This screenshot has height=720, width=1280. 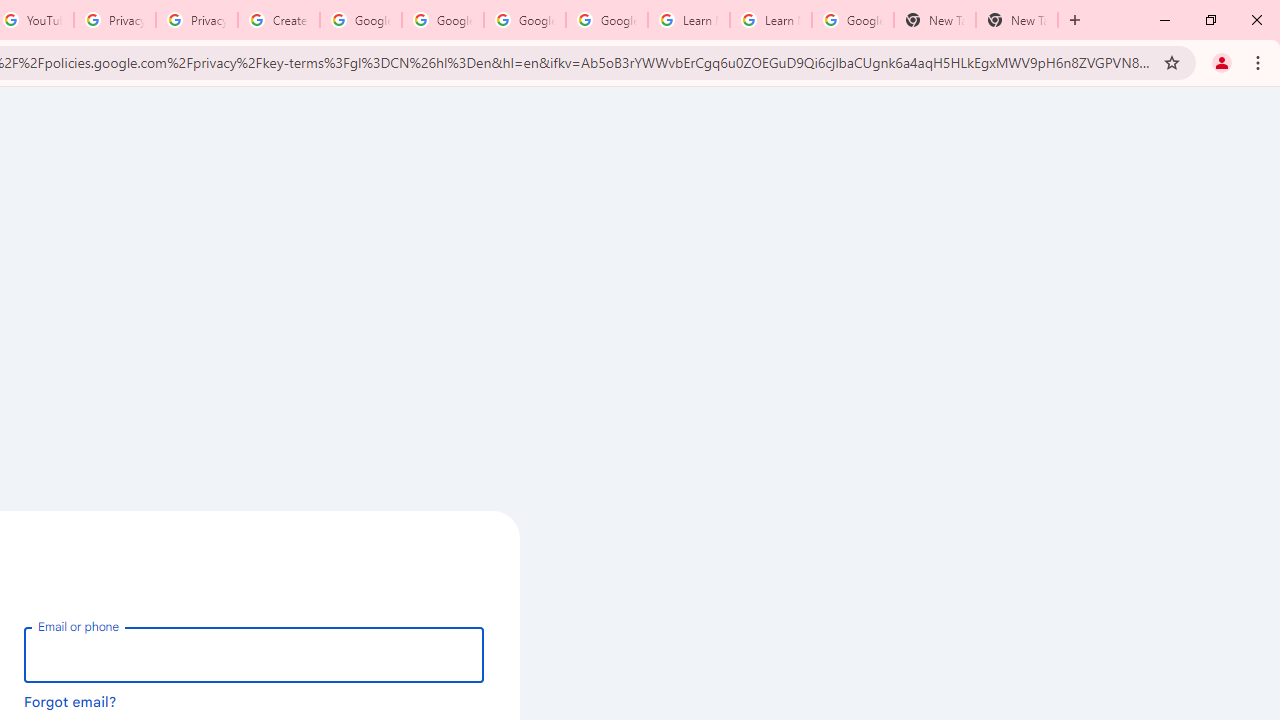 What do you see at coordinates (441, 20) in the screenshot?
I see `'Google Account Help'` at bounding box center [441, 20].